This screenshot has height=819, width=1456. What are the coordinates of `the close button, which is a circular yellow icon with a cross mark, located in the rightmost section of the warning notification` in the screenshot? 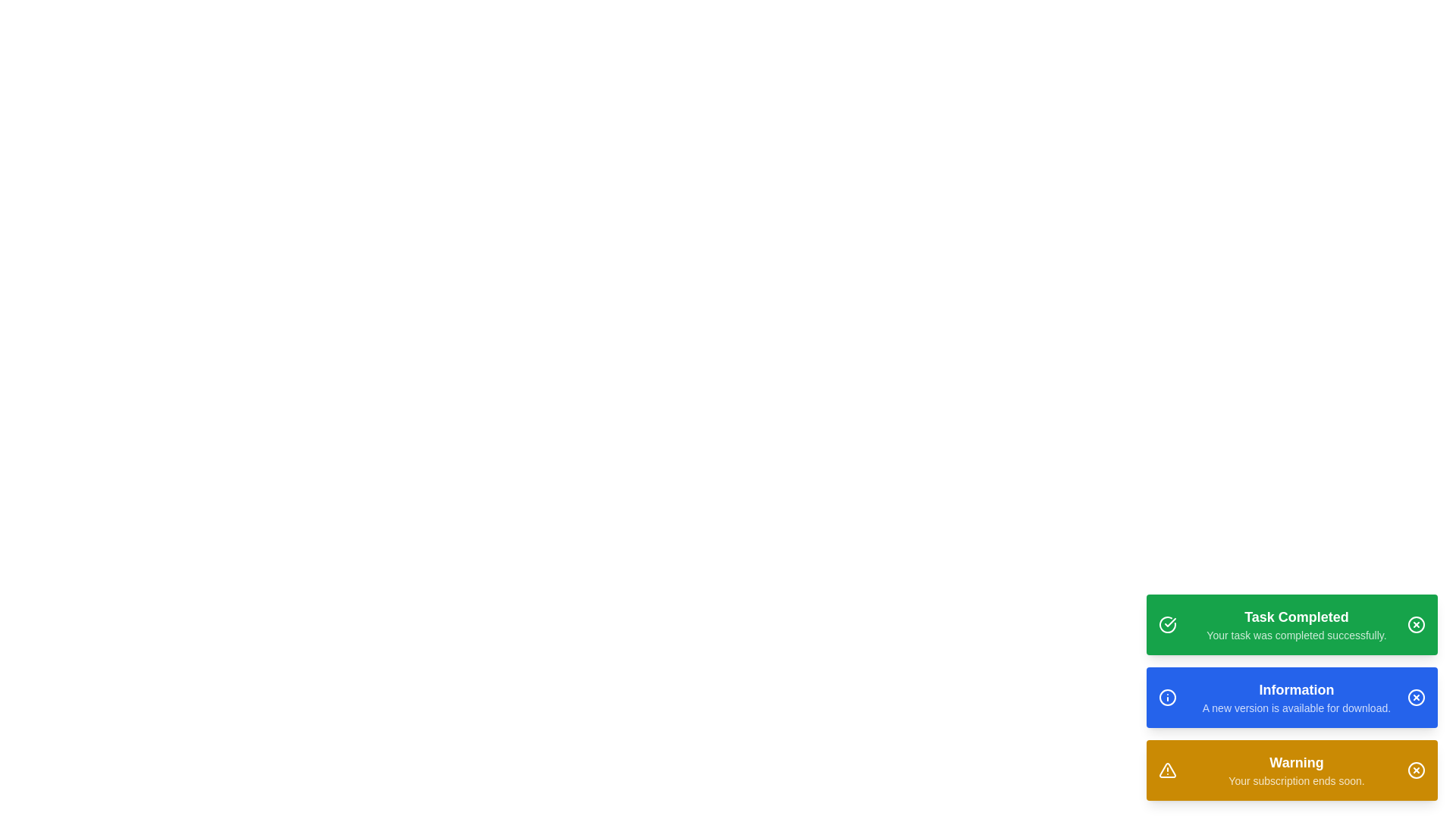 It's located at (1415, 770).